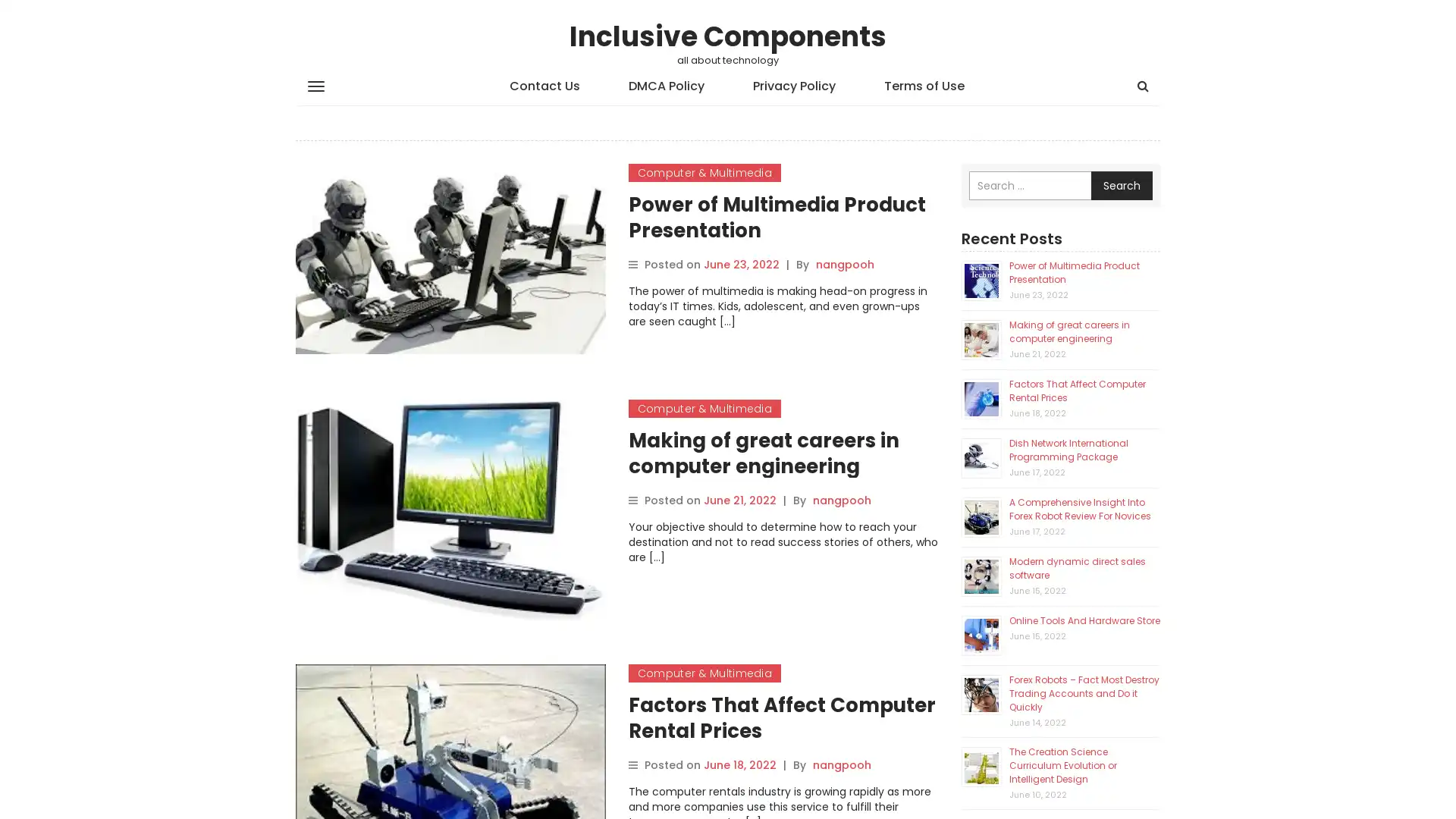 Image resolution: width=1456 pixels, height=819 pixels. I want to click on Search, so click(1122, 185).